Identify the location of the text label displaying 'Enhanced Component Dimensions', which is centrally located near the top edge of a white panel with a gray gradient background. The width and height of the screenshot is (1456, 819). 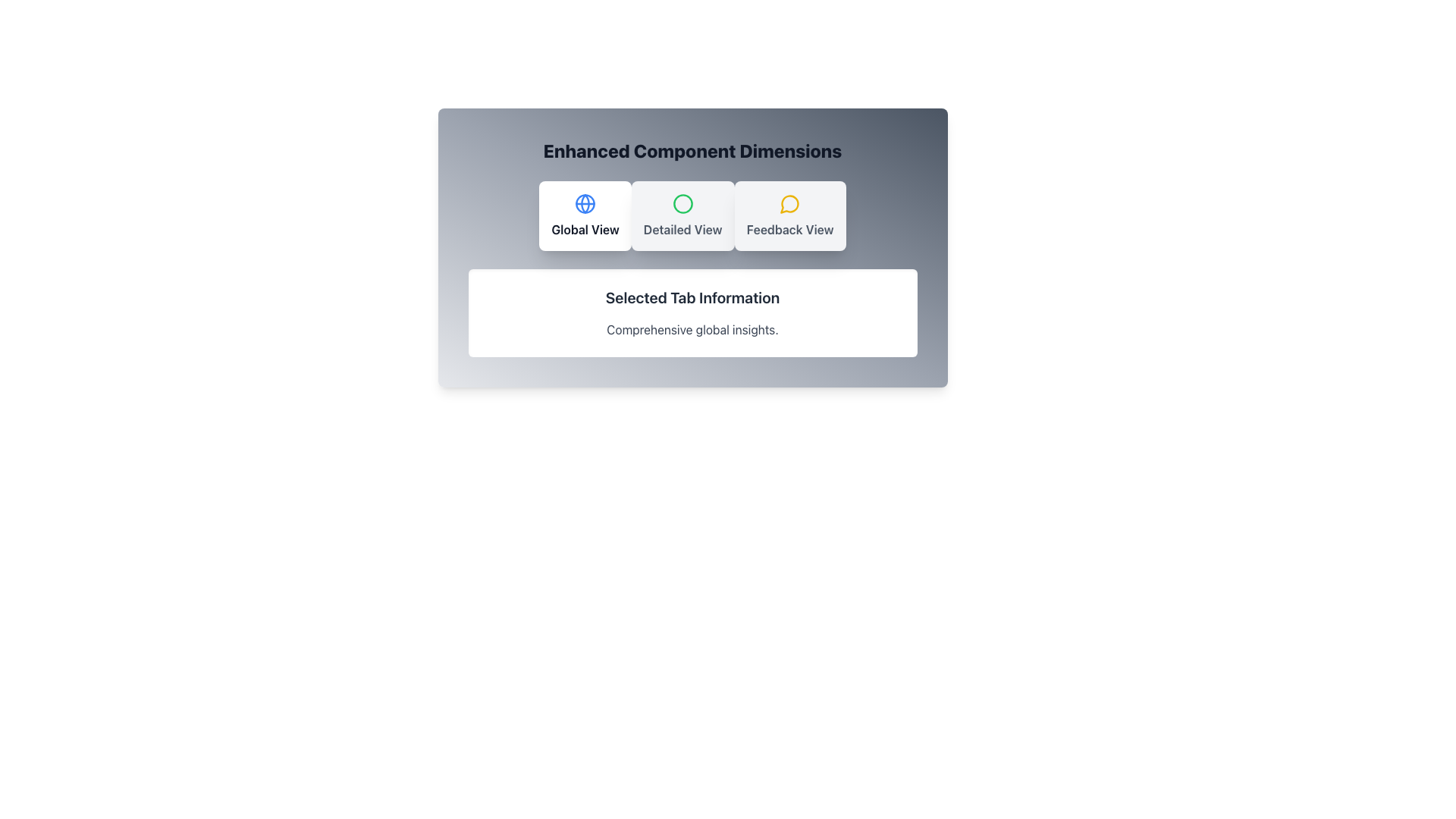
(692, 151).